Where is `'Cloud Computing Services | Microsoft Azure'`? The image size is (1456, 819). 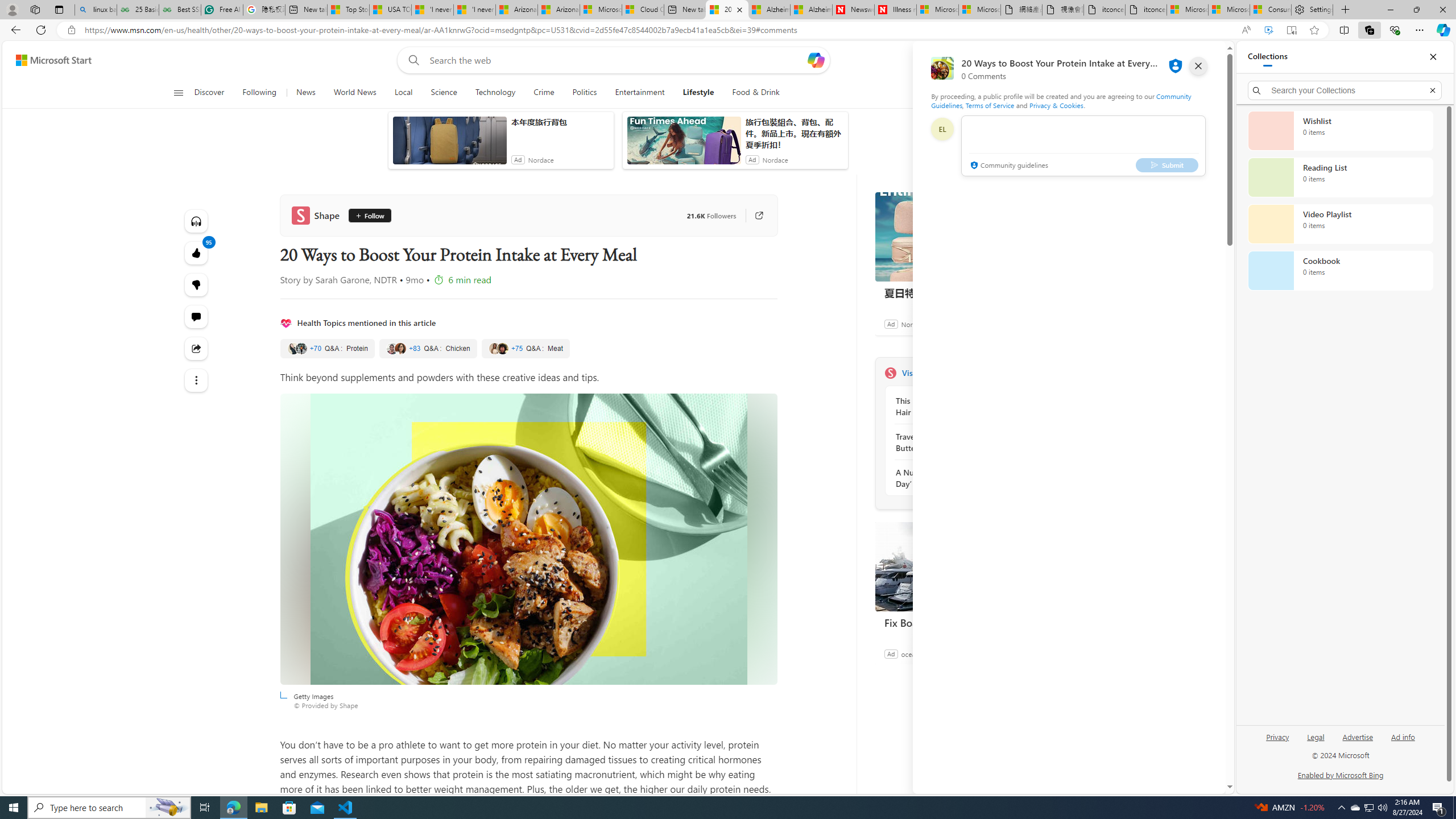 'Cloud Computing Services | Microsoft Azure' is located at coordinates (642, 9).